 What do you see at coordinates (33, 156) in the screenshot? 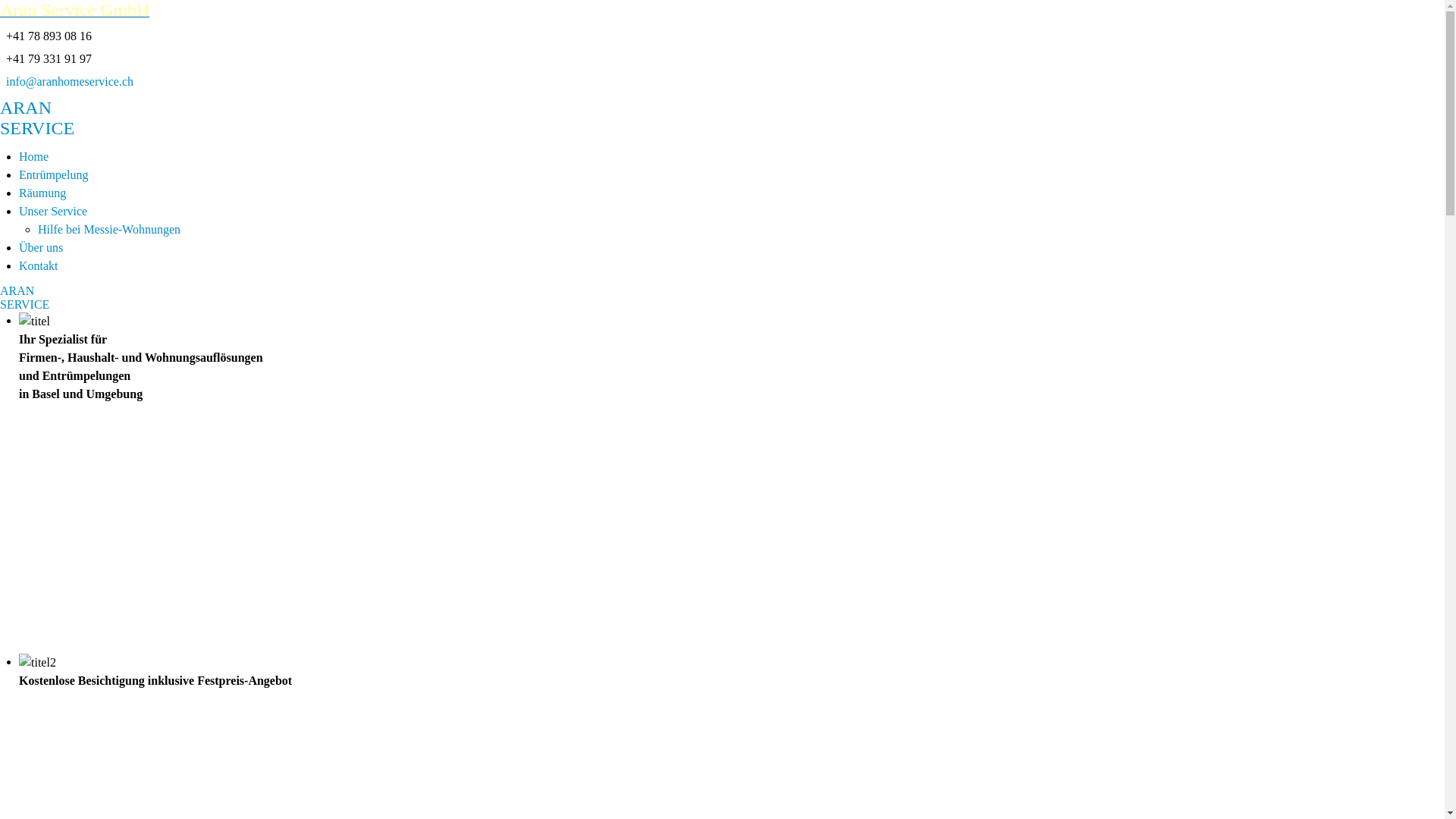
I see `'Home'` at bounding box center [33, 156].